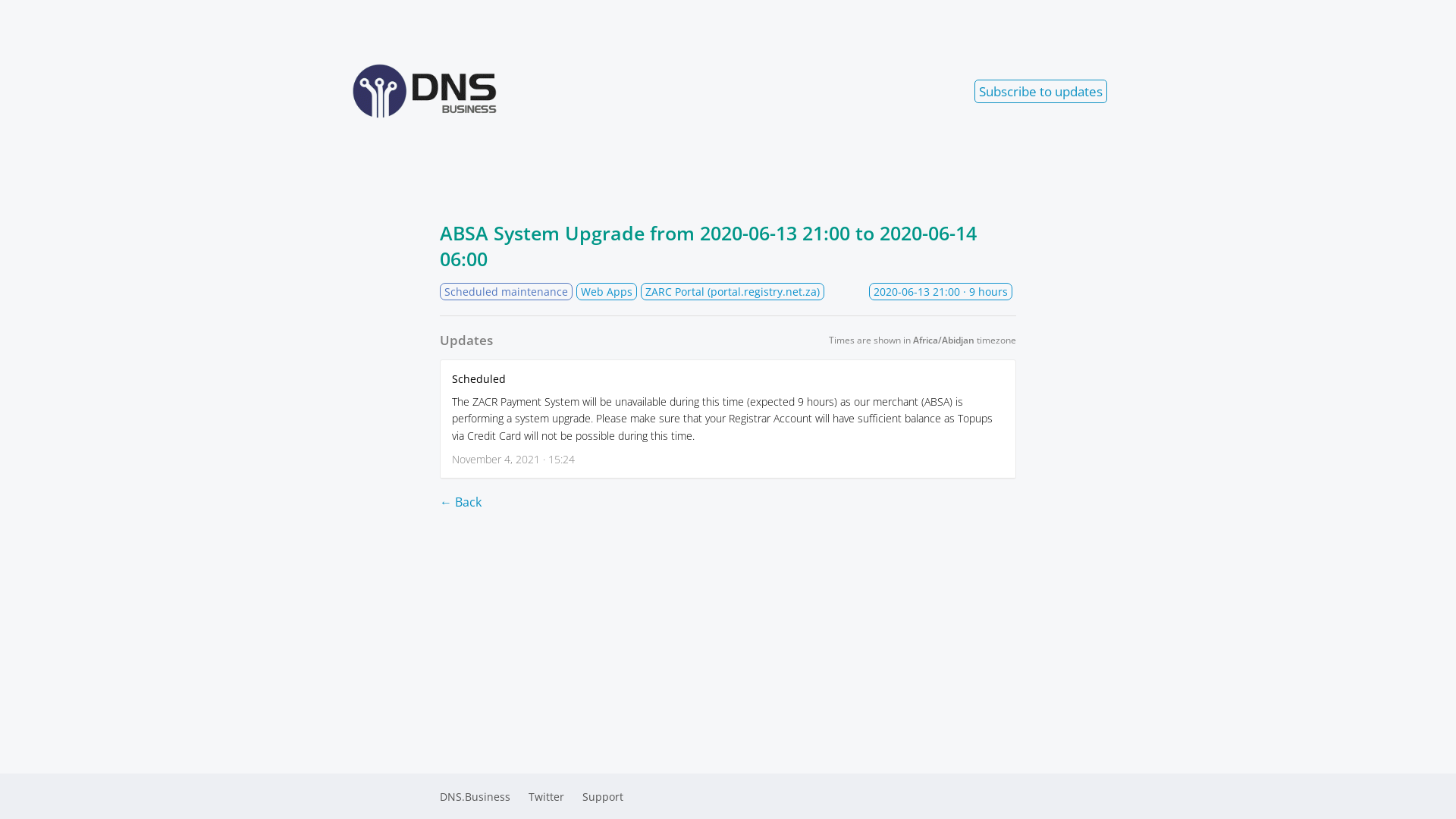 This screenshot has width=1456, height=819. What do you see at coordinates (602, 795) in the screenshot?
I see `'Support'` at bounding box center [602, 795].